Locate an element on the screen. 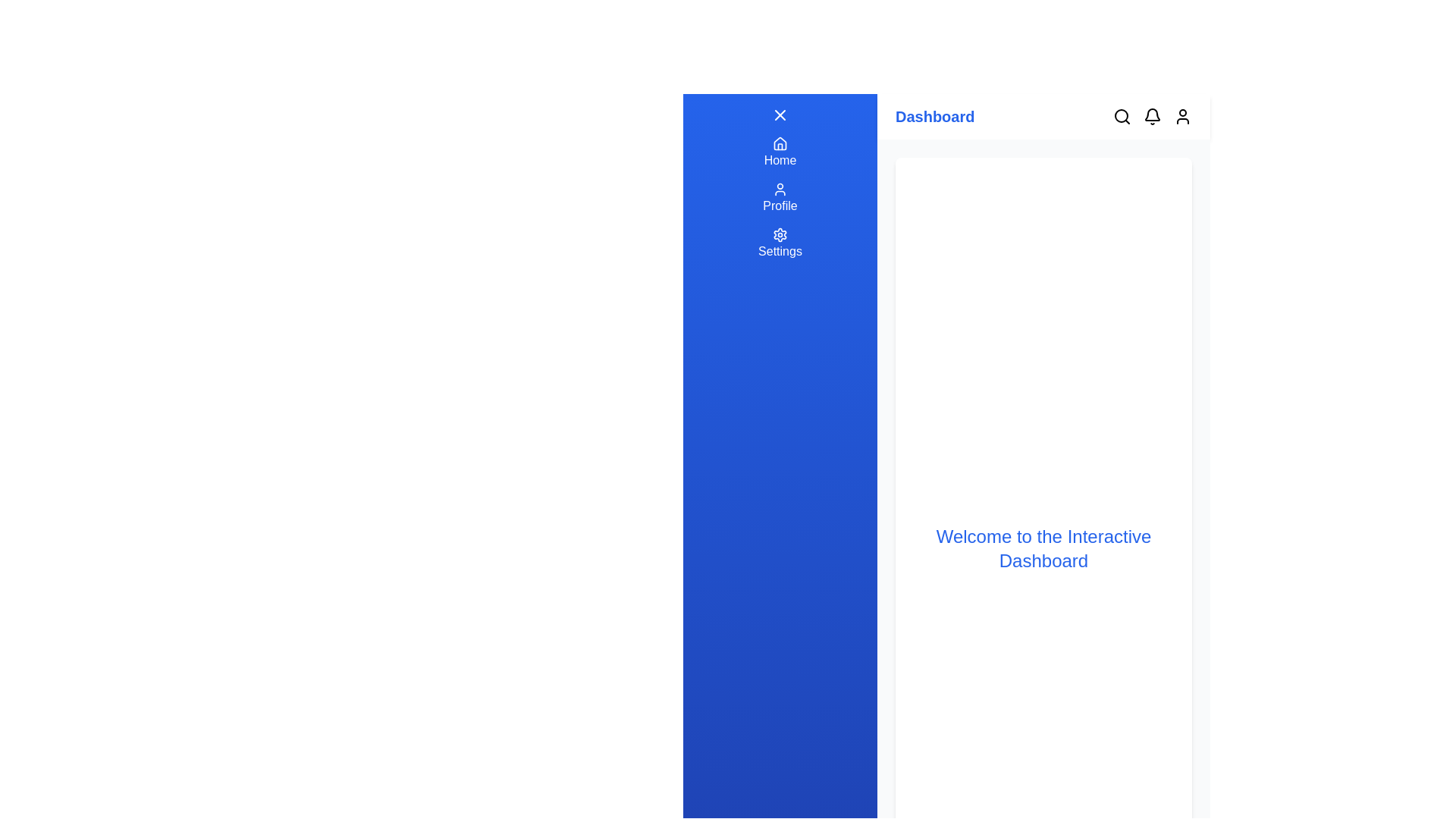  the Navigation button, which is the second option in the vertical sidebar menu, positioned below 'Home' and above 'Settings', to change its styling is located at coordinates (780, 198).